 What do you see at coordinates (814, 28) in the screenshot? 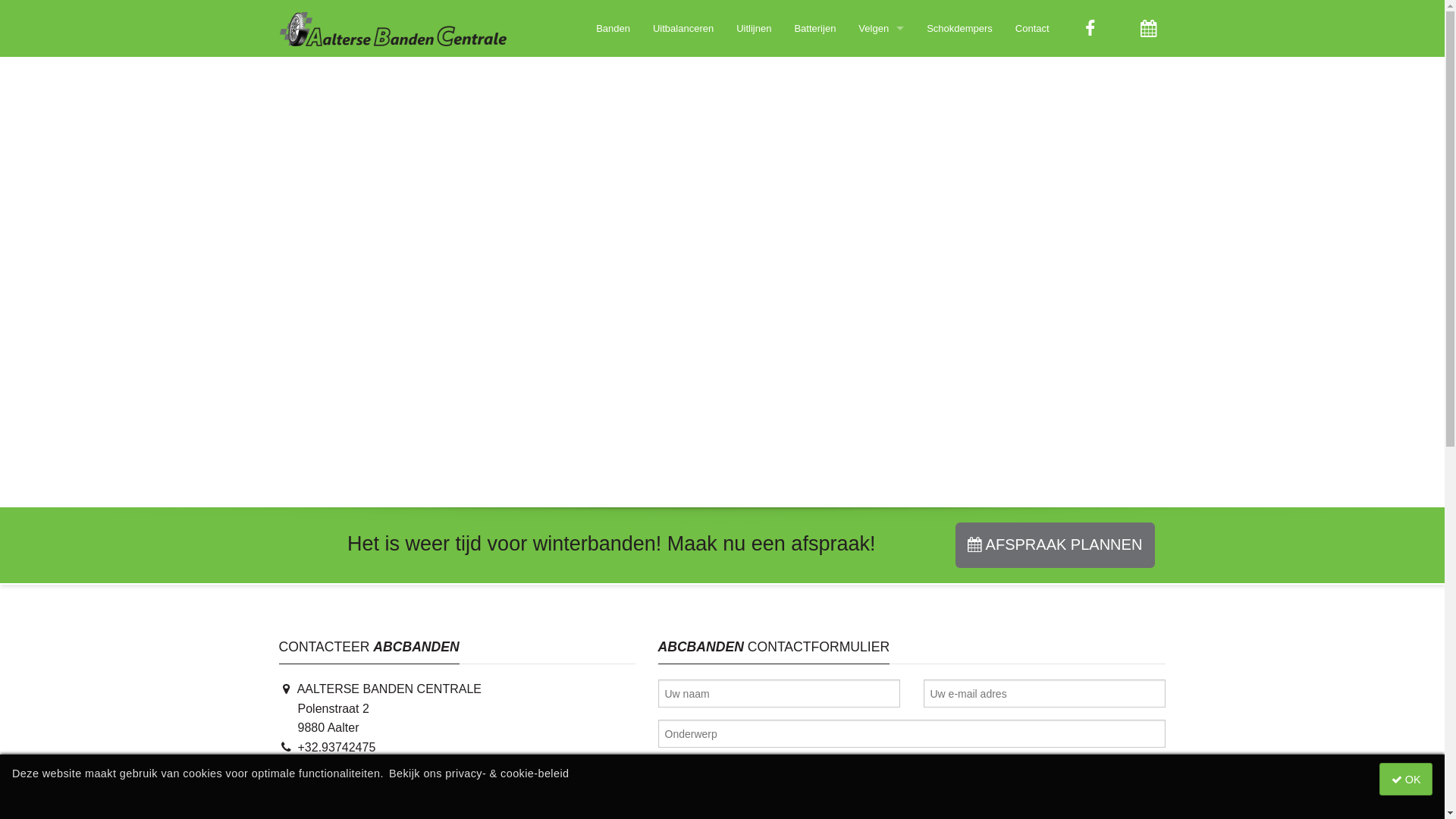
I see `'Batterijen'` at bounding box center [814, 28].